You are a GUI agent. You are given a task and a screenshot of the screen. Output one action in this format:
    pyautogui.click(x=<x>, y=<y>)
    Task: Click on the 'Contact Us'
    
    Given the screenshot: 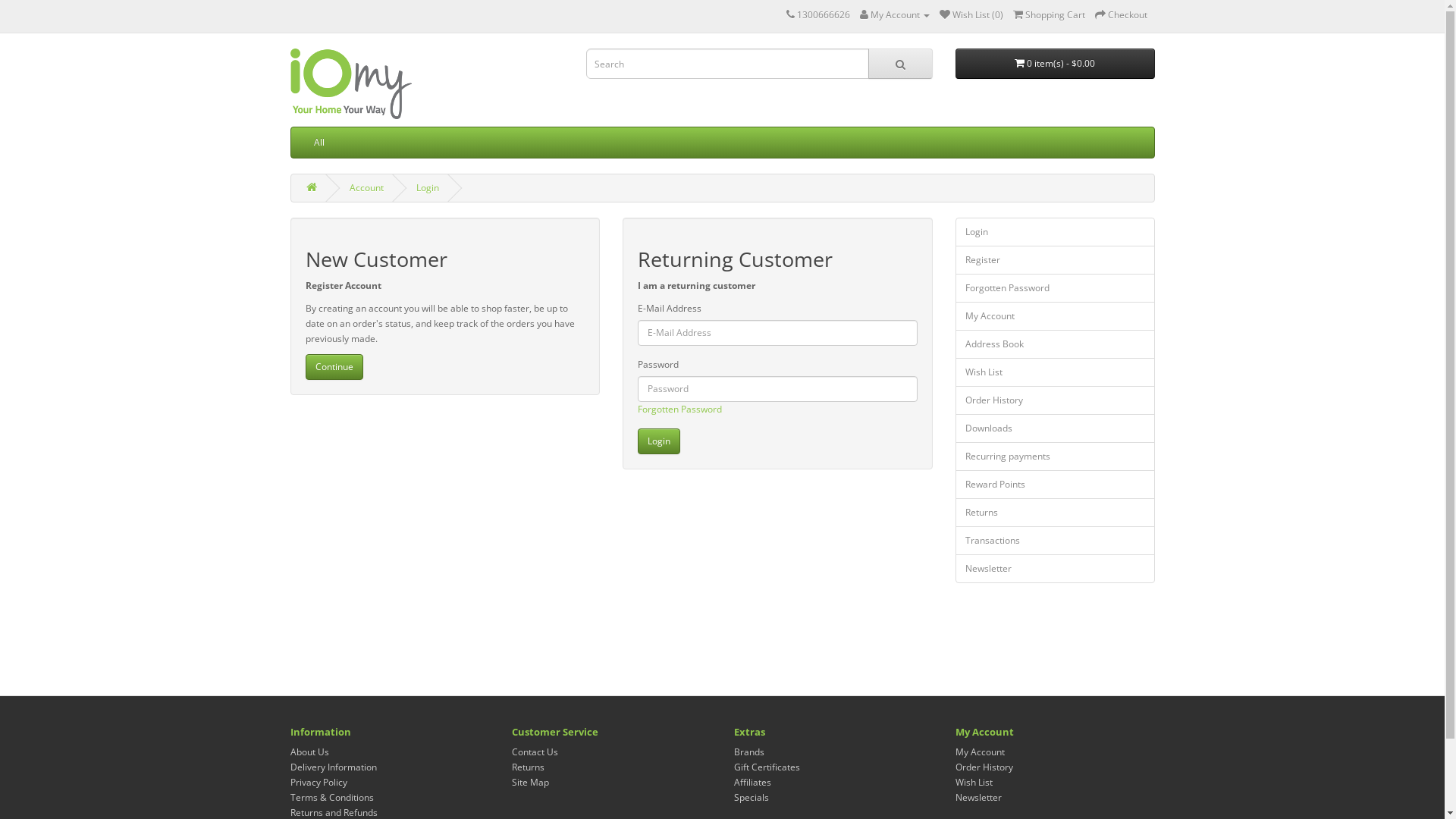 What is the action you would take?
    pyautogui.click(x=512, y=752)
    